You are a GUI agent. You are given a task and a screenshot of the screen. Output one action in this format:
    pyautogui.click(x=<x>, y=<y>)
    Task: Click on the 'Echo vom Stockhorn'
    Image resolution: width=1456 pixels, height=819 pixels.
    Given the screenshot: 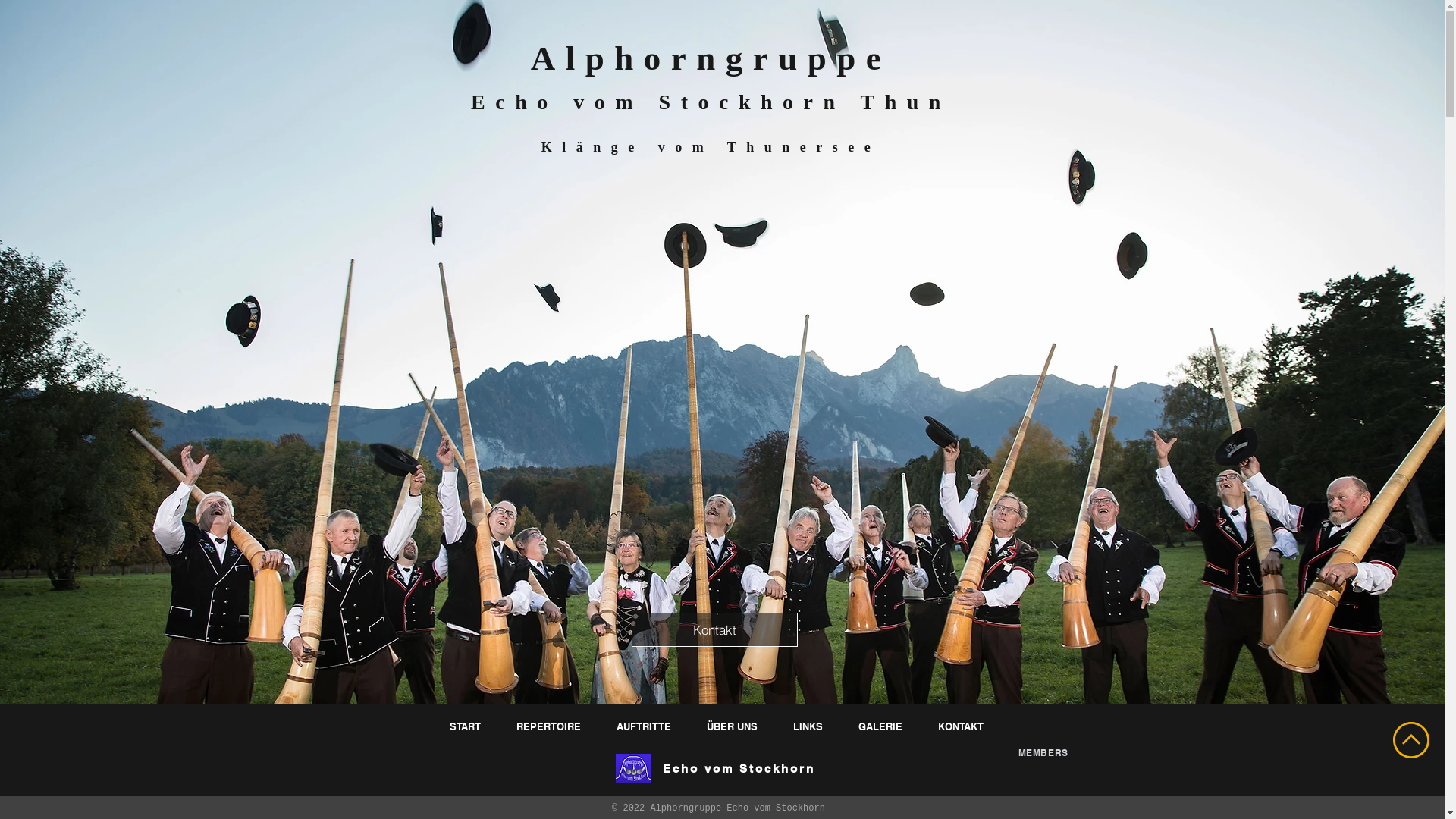 What is the action you would take?
    pyautogui.click(x=739, y=768)
    